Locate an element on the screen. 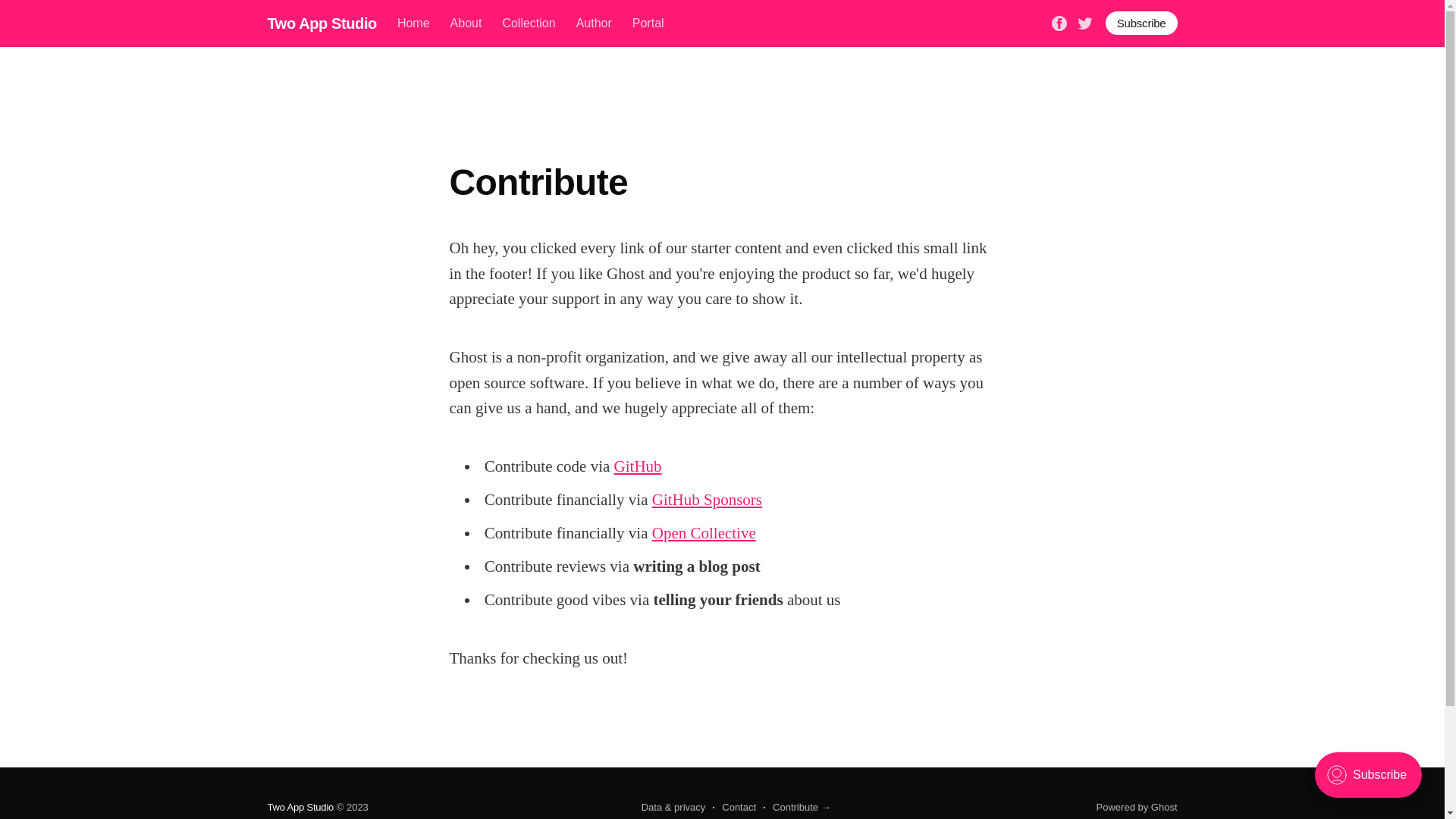  'Author' is located at coordinates (593, 23).